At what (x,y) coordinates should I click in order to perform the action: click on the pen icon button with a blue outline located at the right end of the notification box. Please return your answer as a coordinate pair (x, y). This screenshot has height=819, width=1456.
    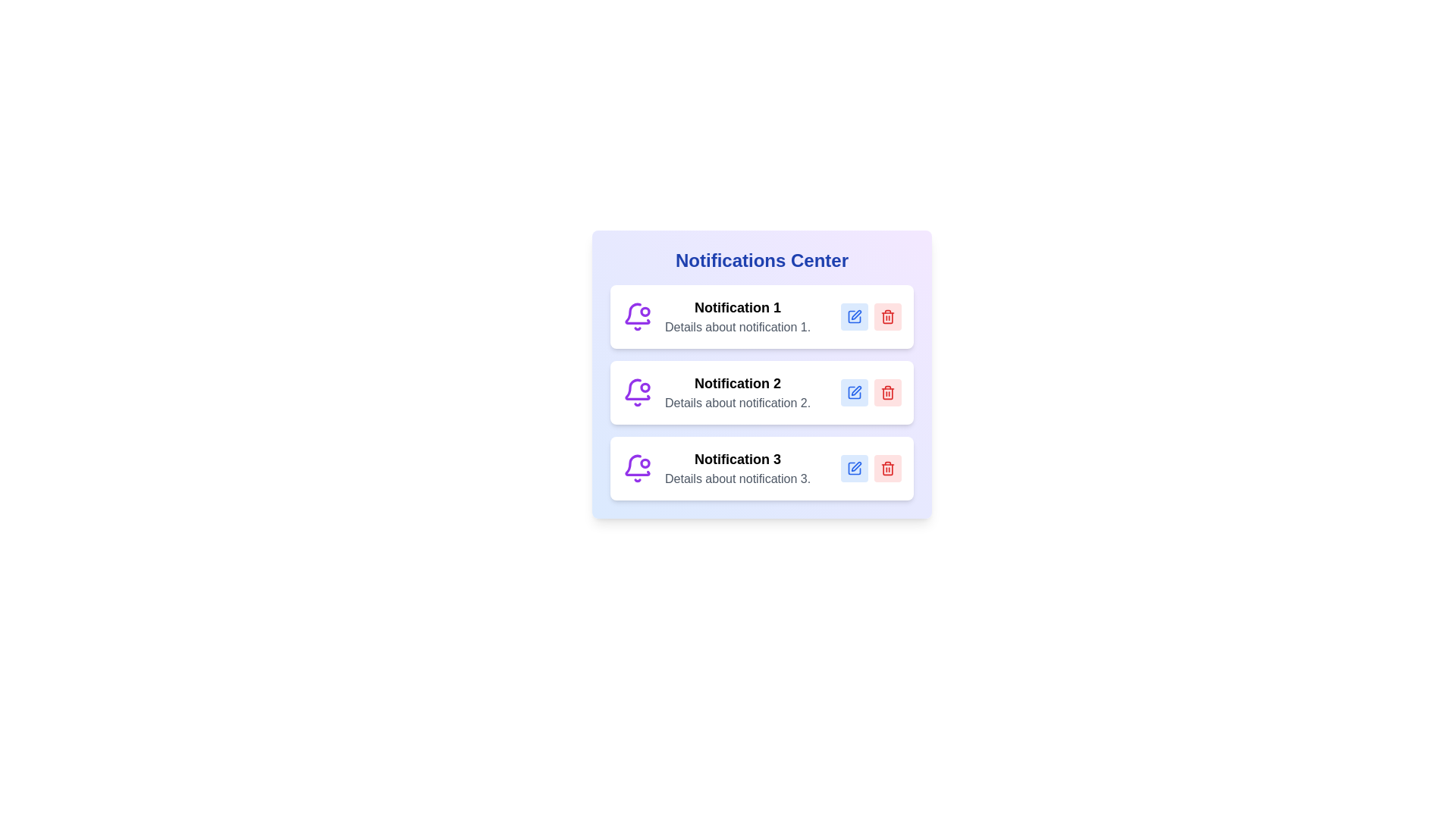
    Looking at the image, I should click on (855, 467).